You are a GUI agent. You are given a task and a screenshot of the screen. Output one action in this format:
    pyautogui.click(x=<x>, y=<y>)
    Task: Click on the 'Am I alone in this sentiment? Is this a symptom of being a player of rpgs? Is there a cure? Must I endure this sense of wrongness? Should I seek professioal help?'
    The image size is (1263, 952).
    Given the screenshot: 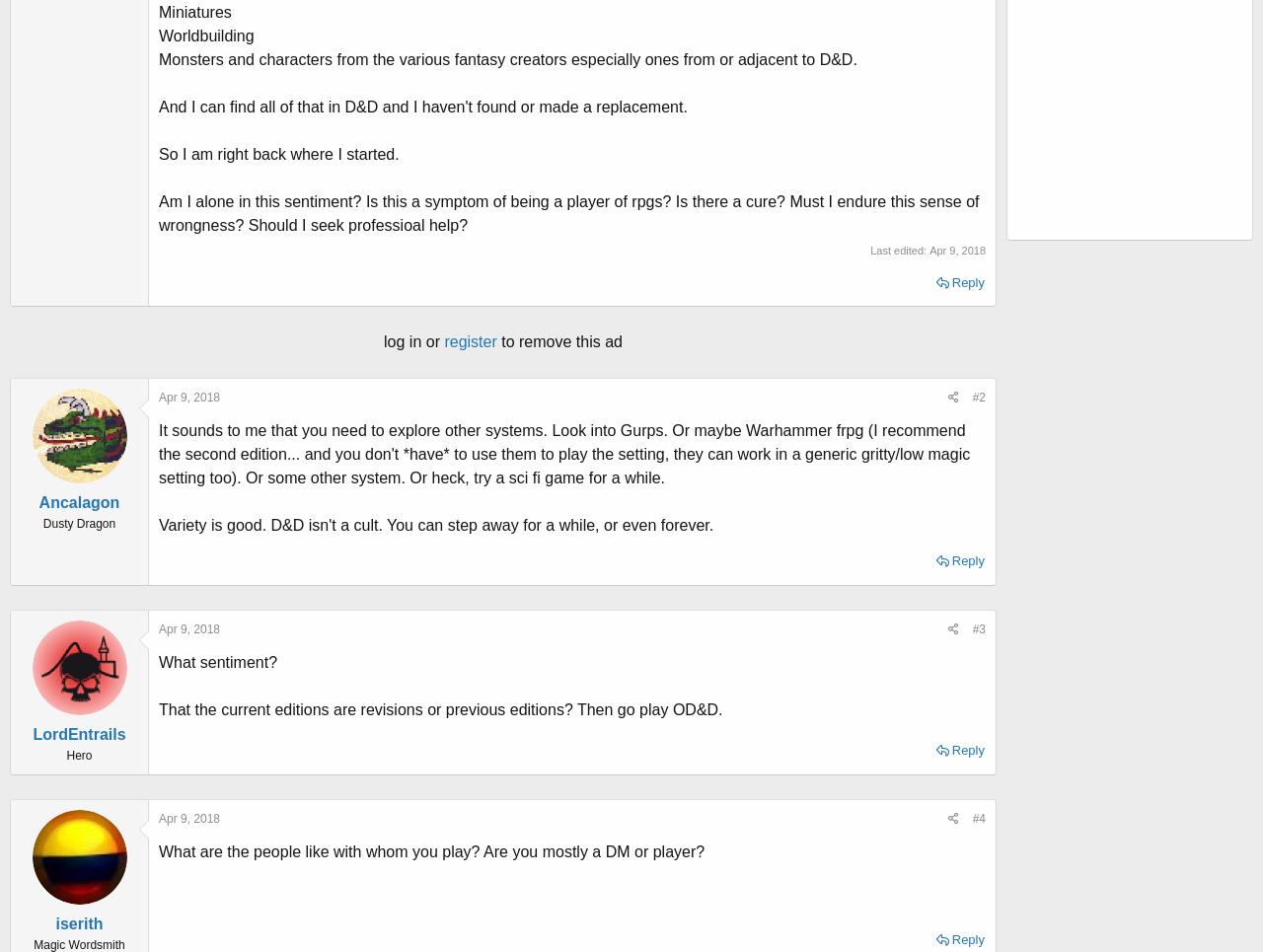 What is the action you would take?
    pyautogui.click(x=567, y=212)
    